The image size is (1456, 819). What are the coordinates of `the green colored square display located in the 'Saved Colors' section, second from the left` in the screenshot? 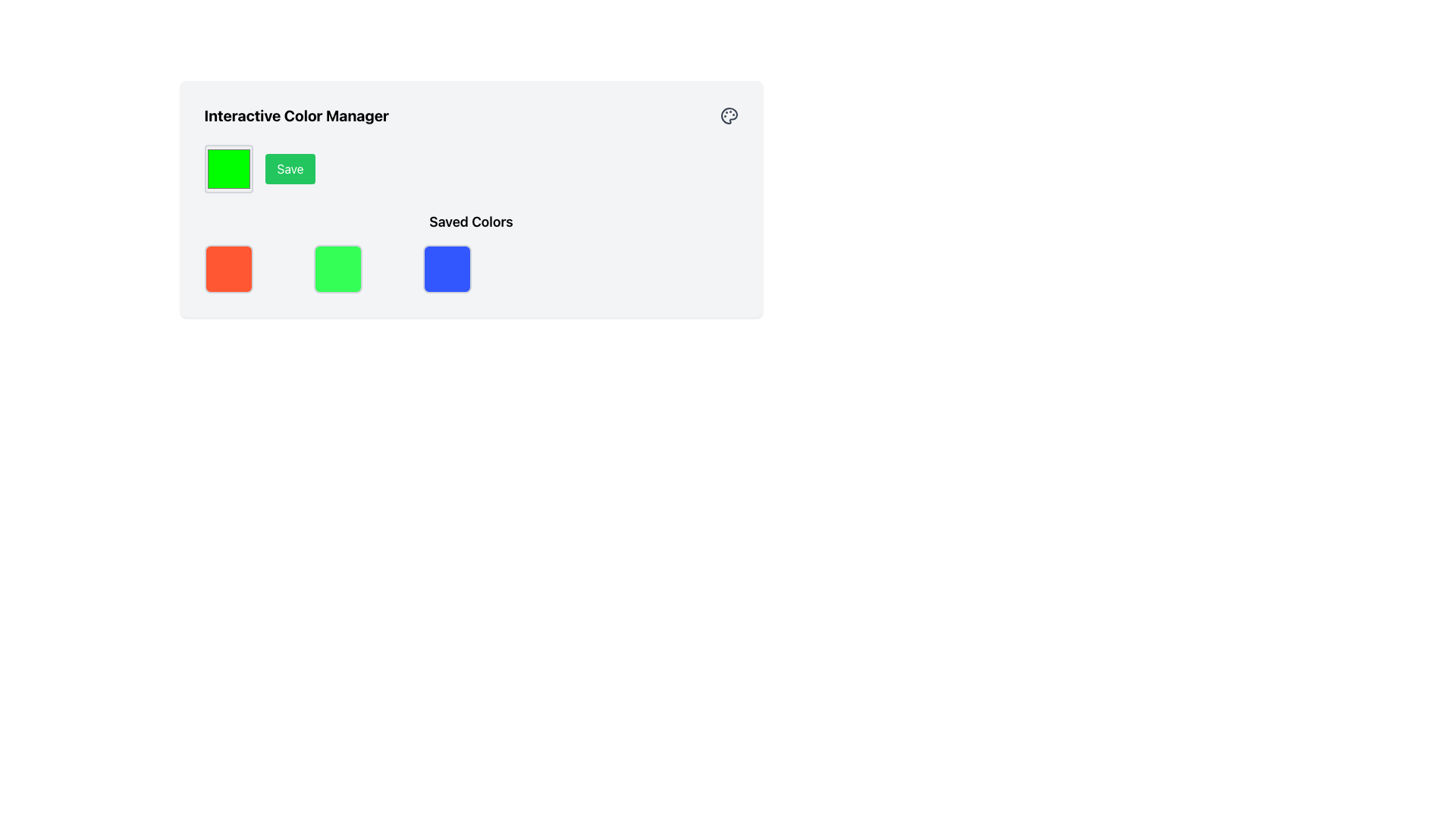 It's located at (337, 268).